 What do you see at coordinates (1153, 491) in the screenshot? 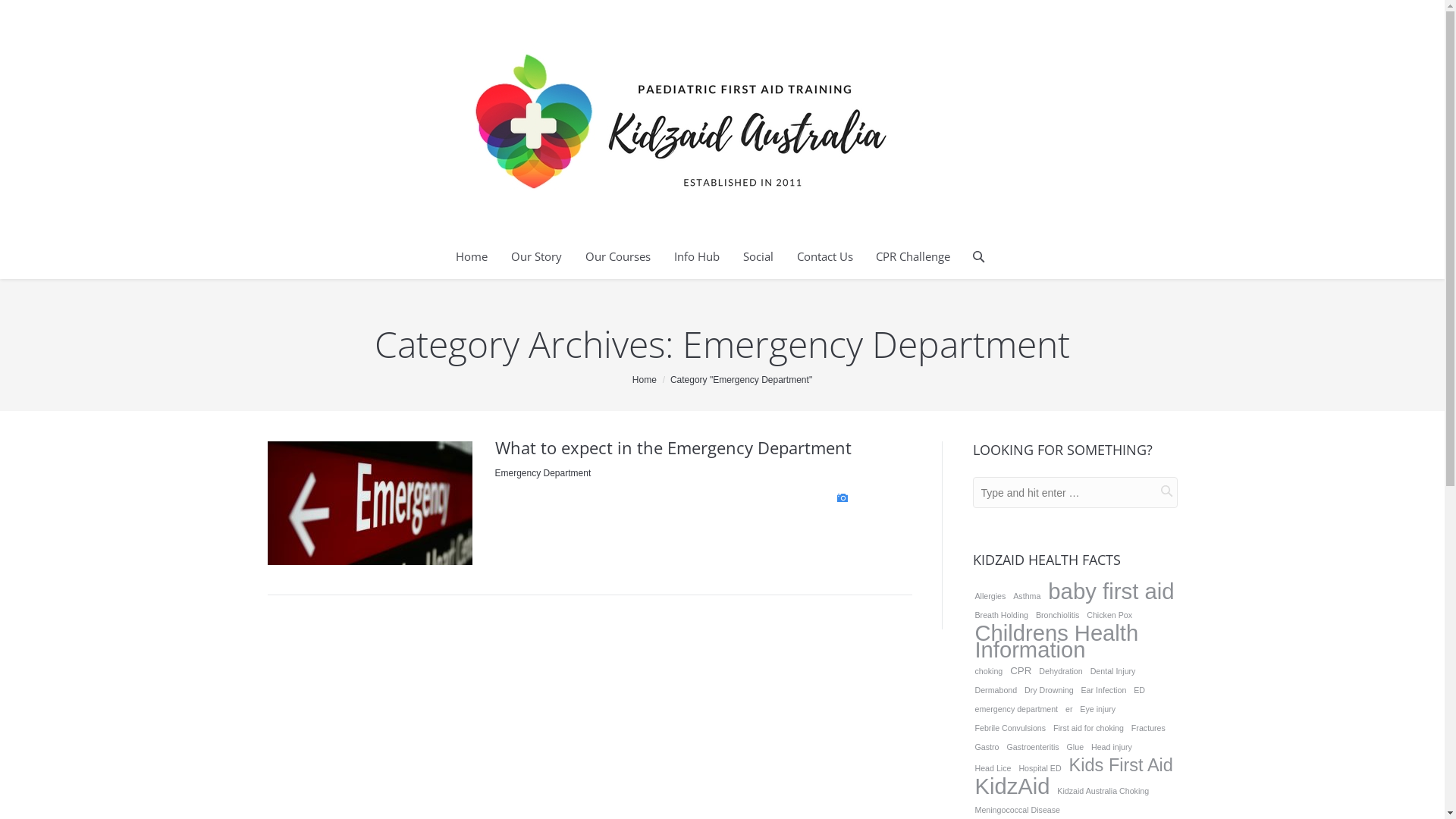
I see `'Go!'` at bounding box center [1153, 491].